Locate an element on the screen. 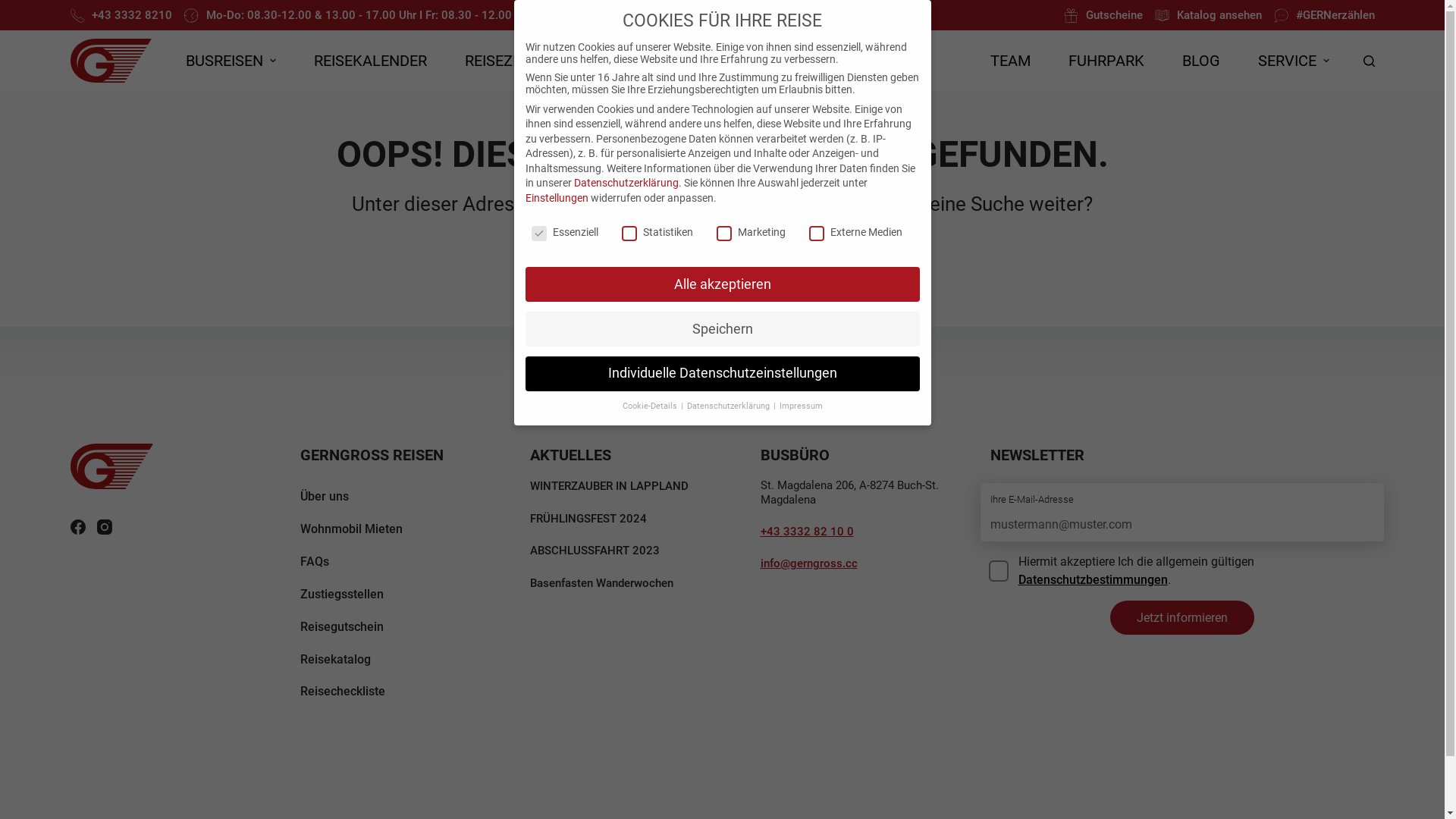 The image size is (1456, 819). 'FUHRPARK' is located at coordinates (1106, 60).